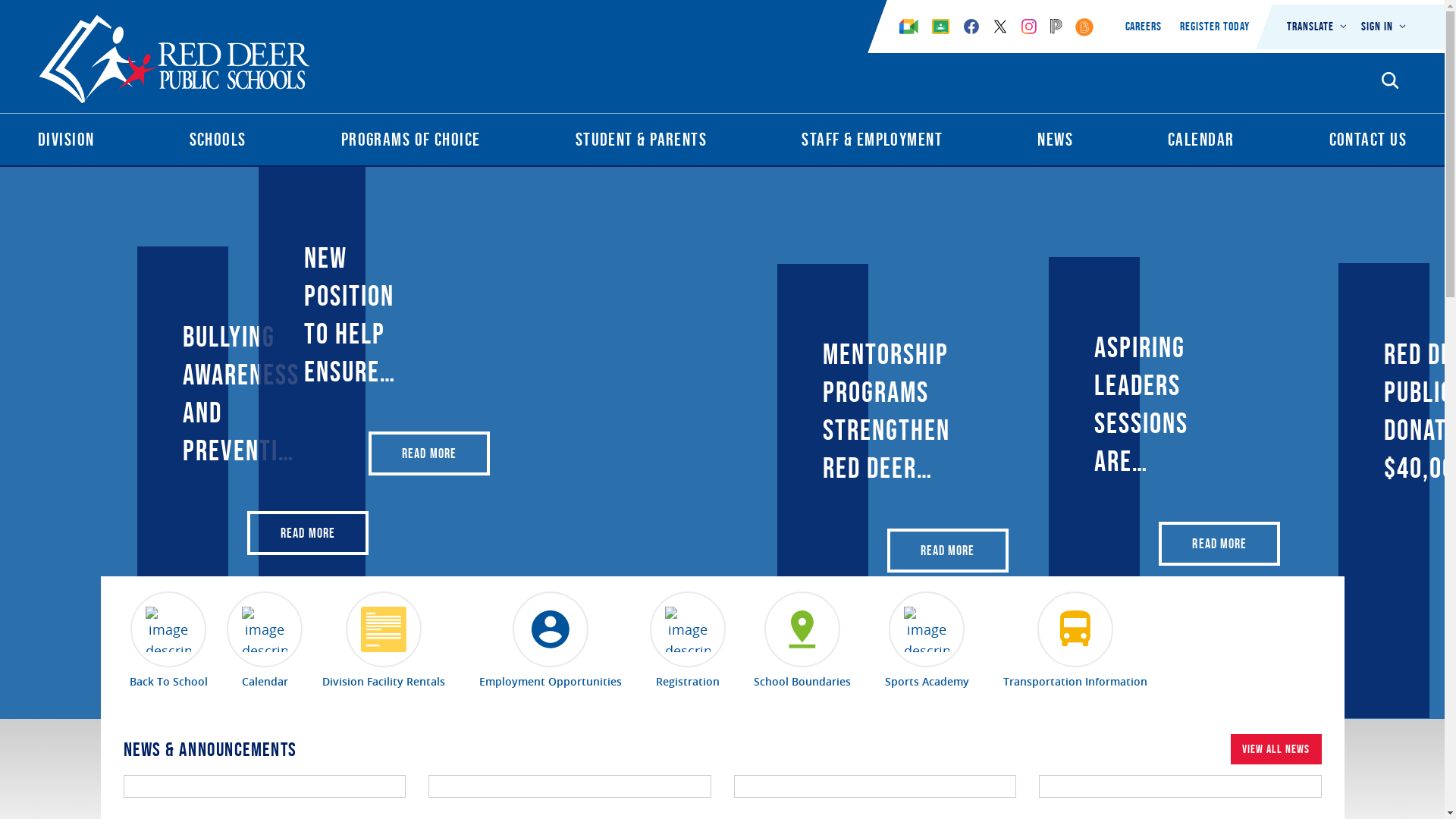  Describe the element at coordinates (886, 411) in the screenshot. I see `'Mentorship programs strengthen Red Deer Public Schools'` at that location.